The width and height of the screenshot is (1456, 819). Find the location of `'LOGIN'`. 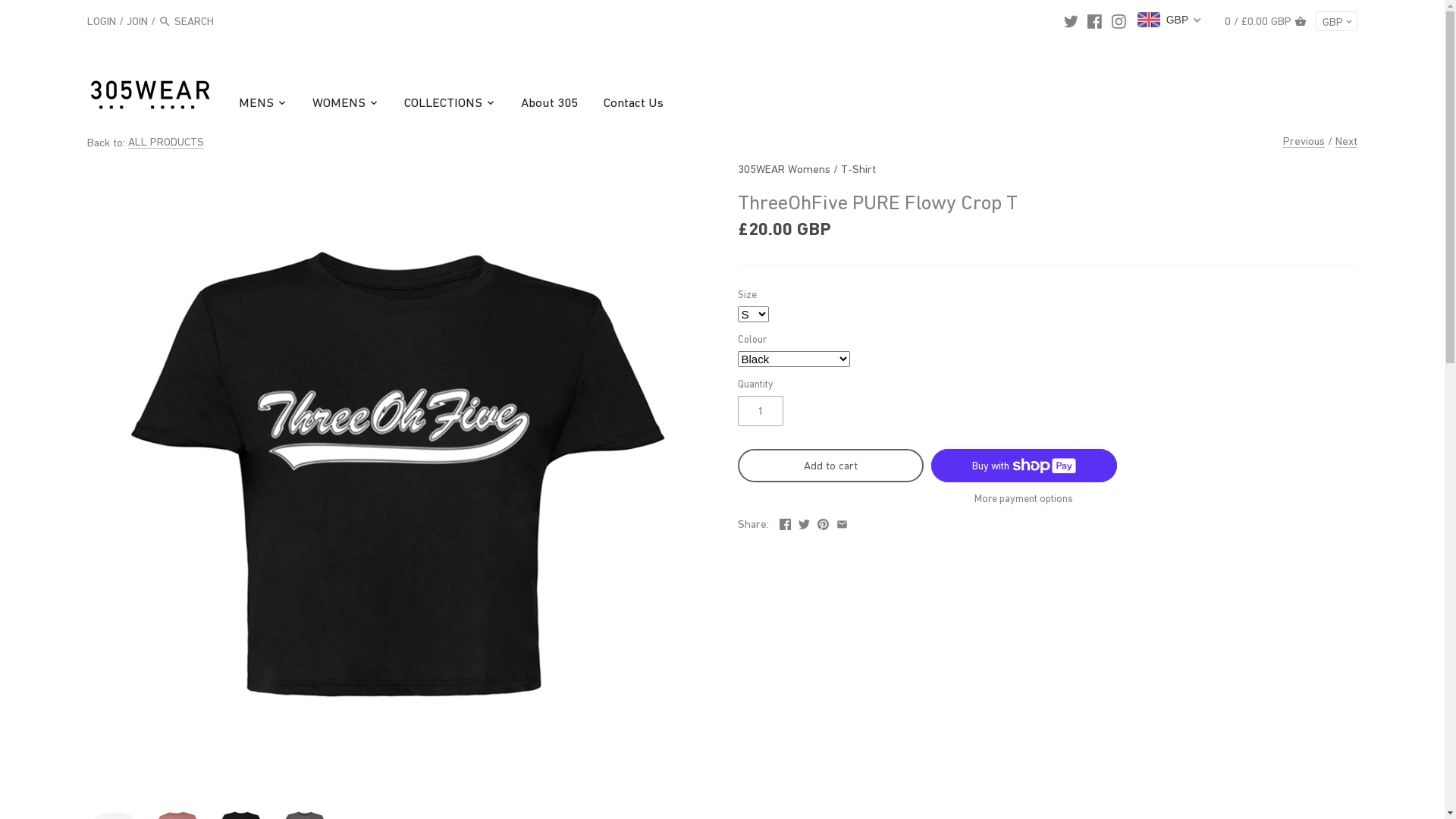

'LOGIN' is located at coordinates (101, 20).